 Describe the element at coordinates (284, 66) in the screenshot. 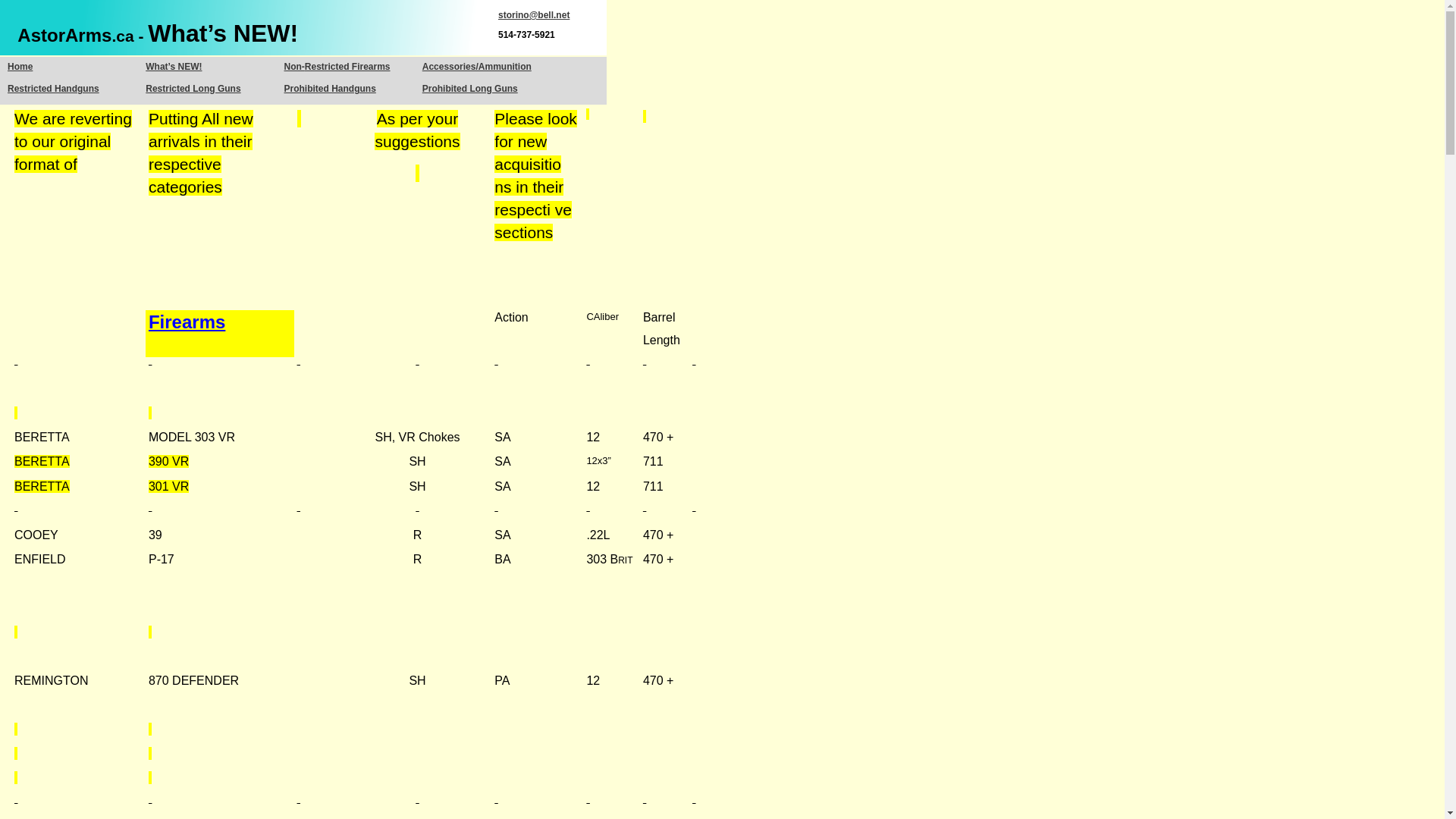

I see `'Non-Restricted Firearms'` at that location.